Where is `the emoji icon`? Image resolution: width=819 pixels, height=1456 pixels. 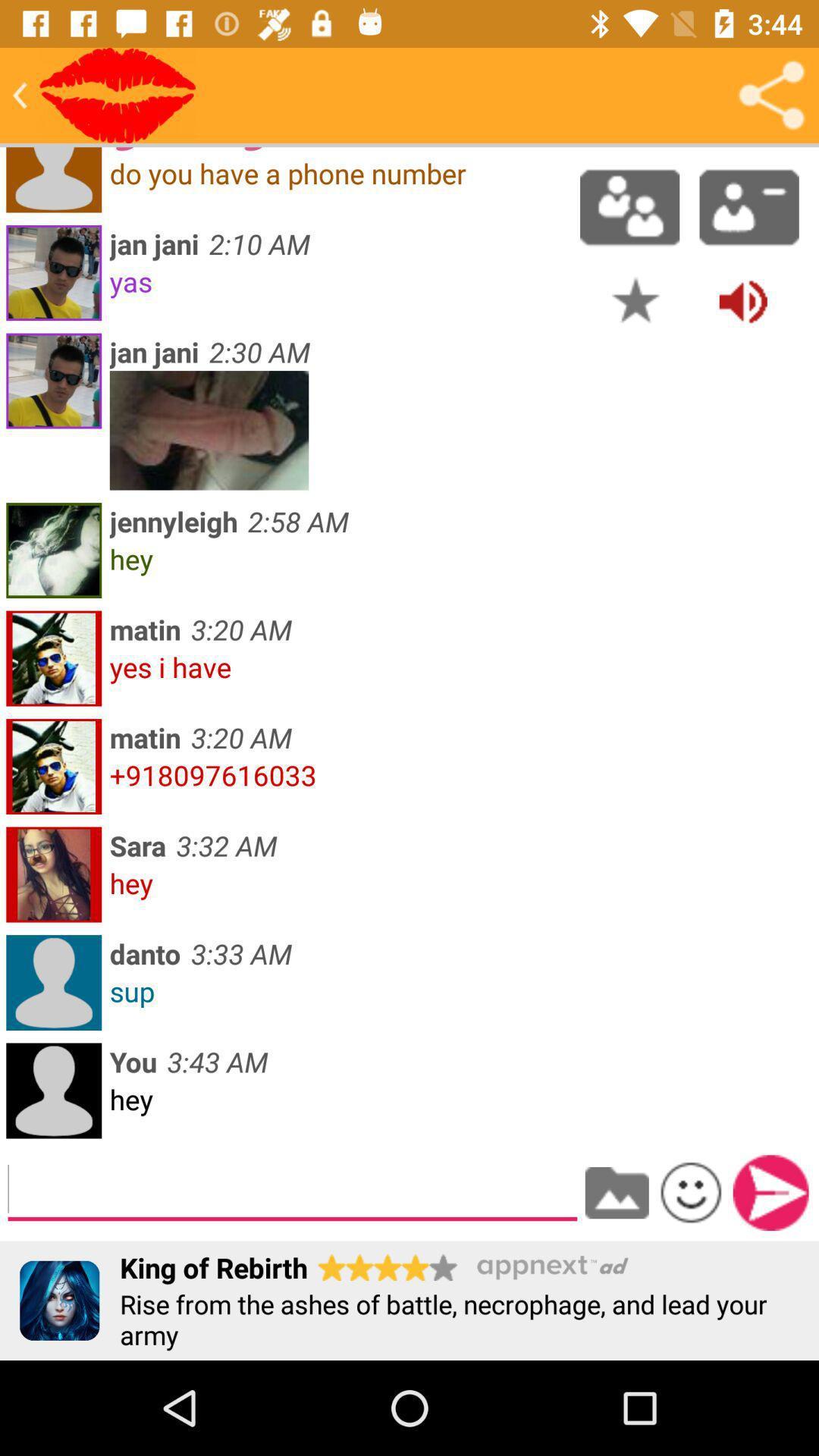
the emoji icon is located at coordinates (691, 1191).